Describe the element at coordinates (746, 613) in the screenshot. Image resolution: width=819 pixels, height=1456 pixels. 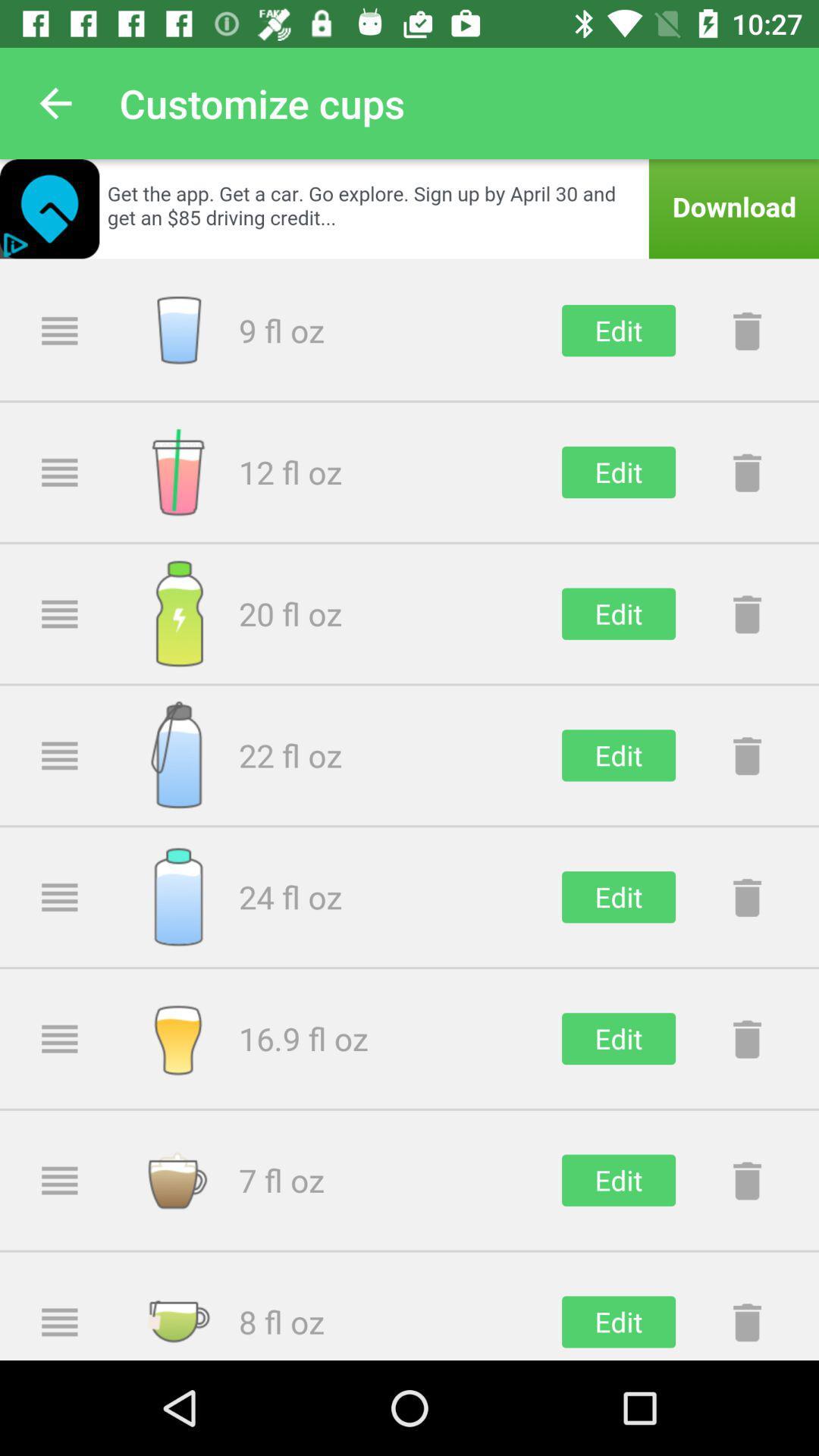
I see `delete this selection` at that location.